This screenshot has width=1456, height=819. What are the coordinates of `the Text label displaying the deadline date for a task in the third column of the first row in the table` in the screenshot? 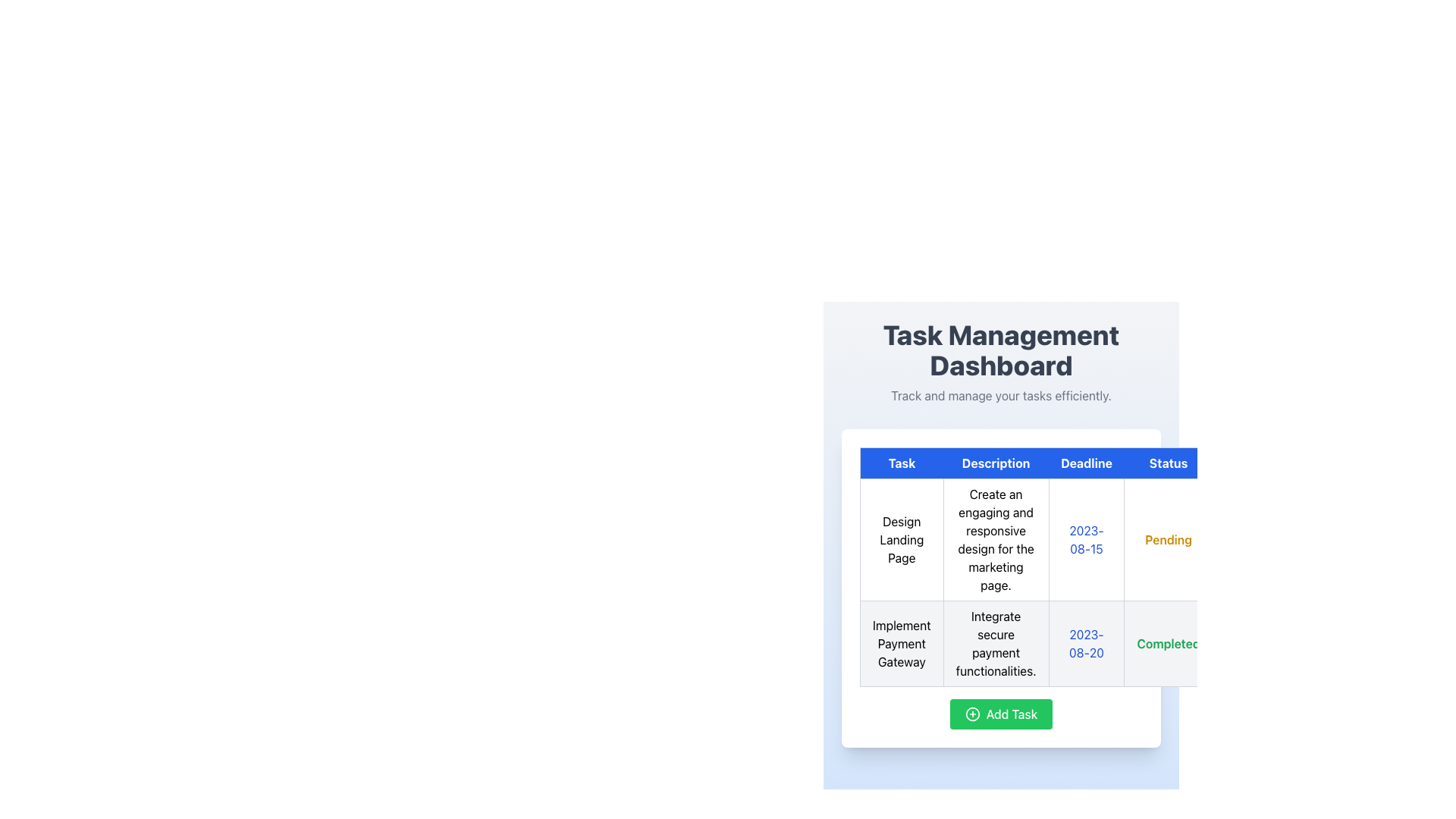 It's located at (1086, 539).